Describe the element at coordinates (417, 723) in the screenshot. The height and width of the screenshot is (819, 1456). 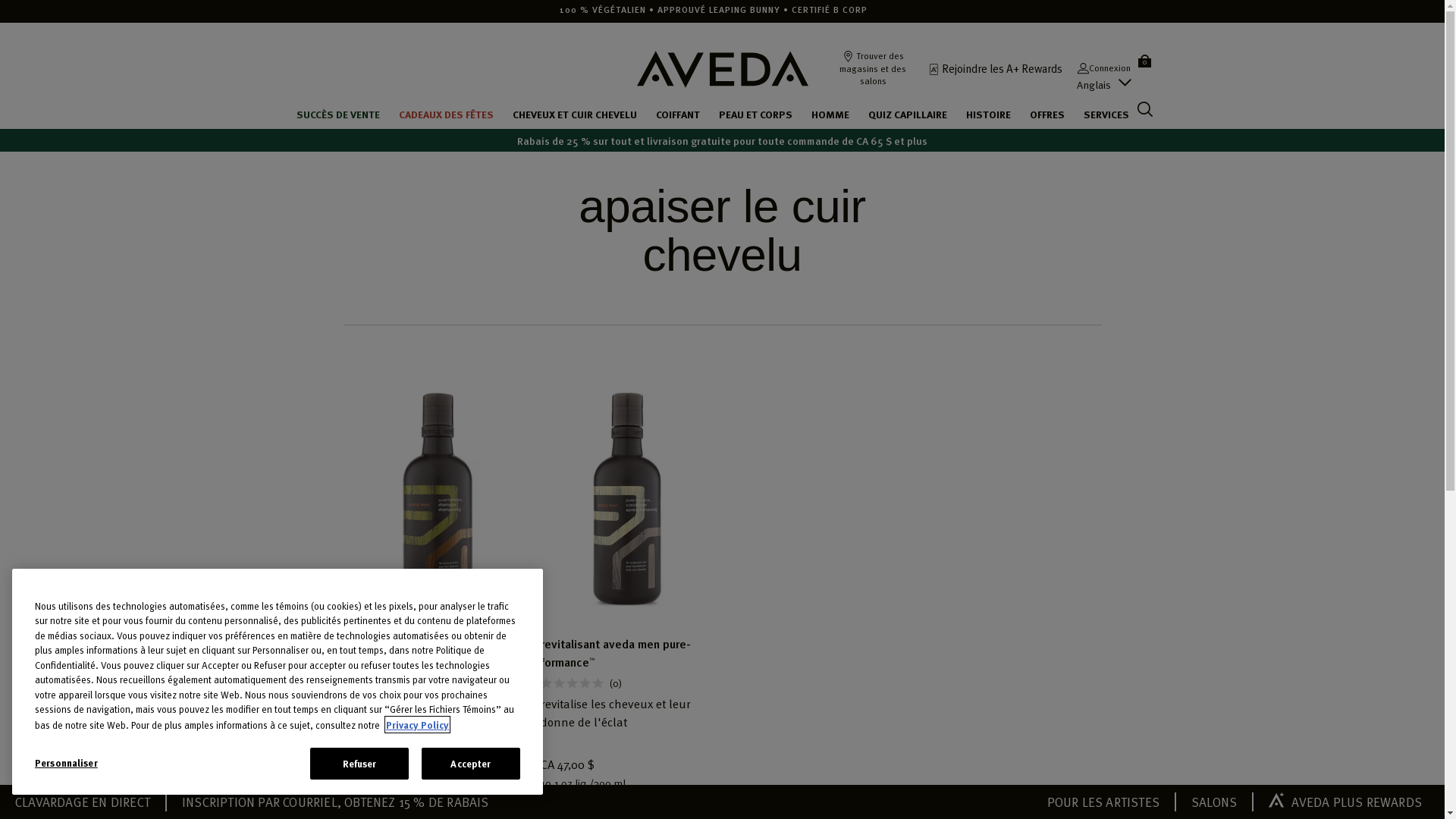
I see `'Privacy Policy'` at that location.